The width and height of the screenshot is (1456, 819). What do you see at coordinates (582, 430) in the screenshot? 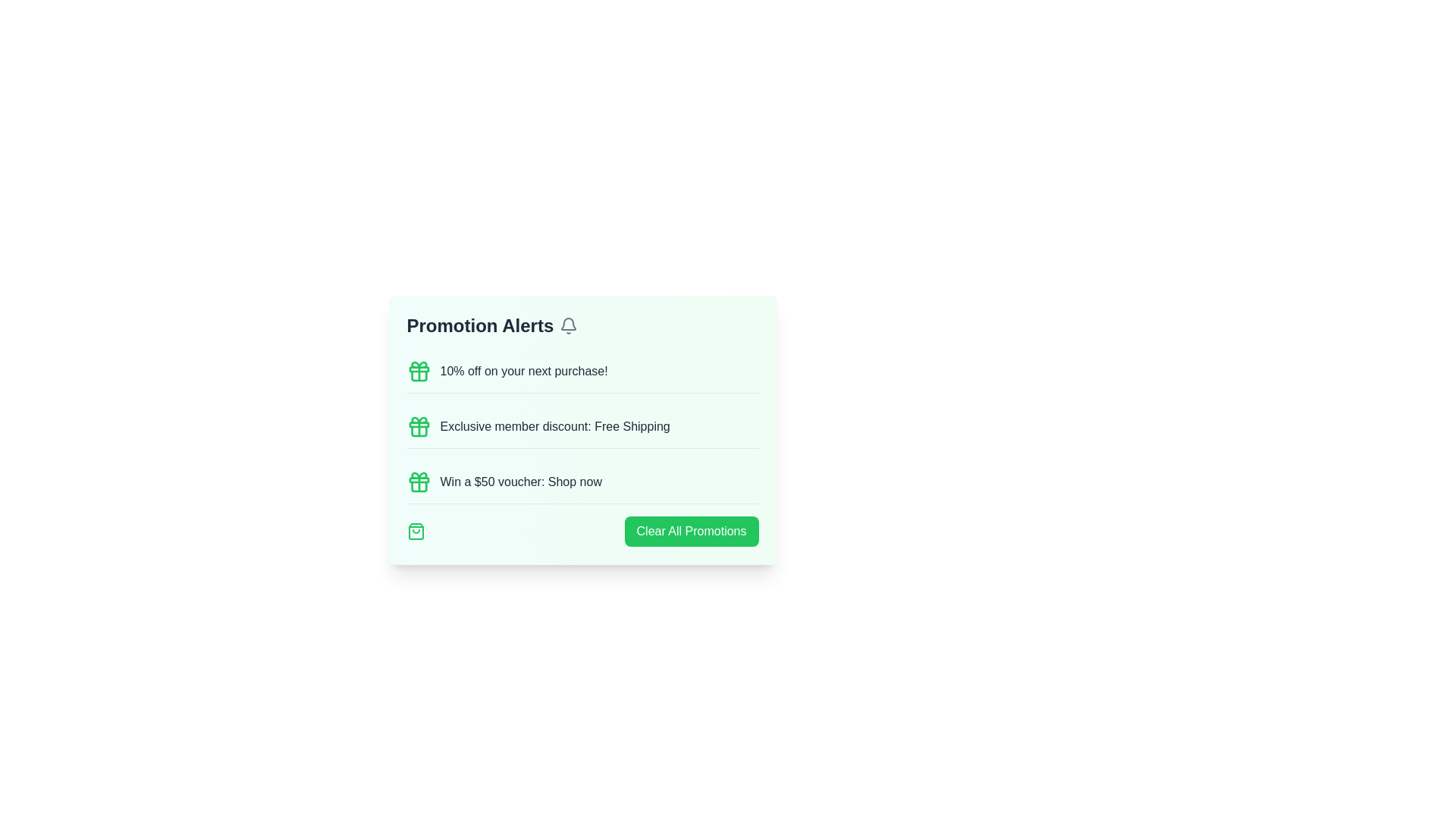
I see `the second promotional item in the 'Promotion Alerts' section, which showcases 'Exclusive member discount: Free Shipping', represented by a bold green gift box icon` at bounding box center [582, 430].